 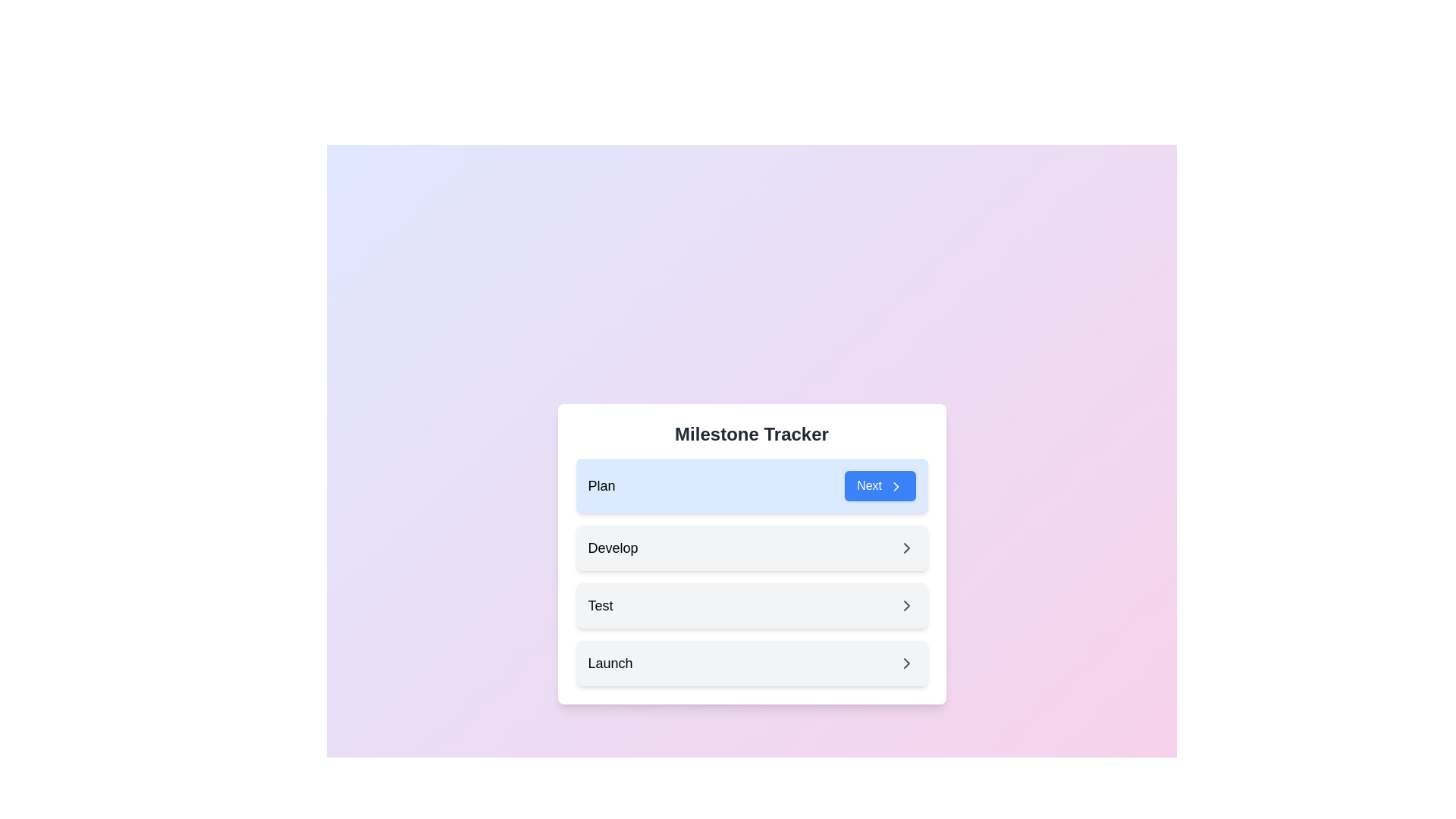 I want to click on the clickable item labeled 'Test' in the 'Milestone Tracker' card layout, so click(x=752, y=604).